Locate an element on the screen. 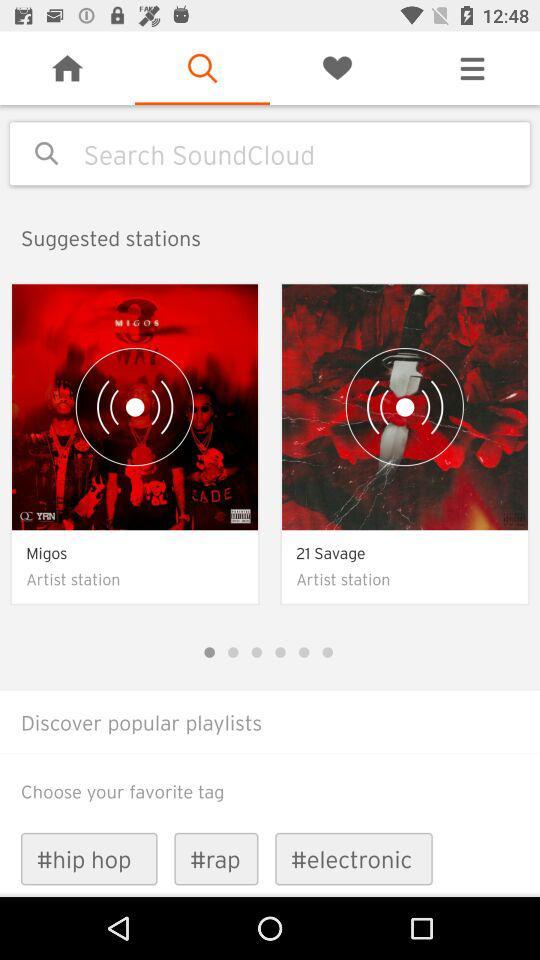  the item above the choose your favorite icon is located at coordinates (270, 752).